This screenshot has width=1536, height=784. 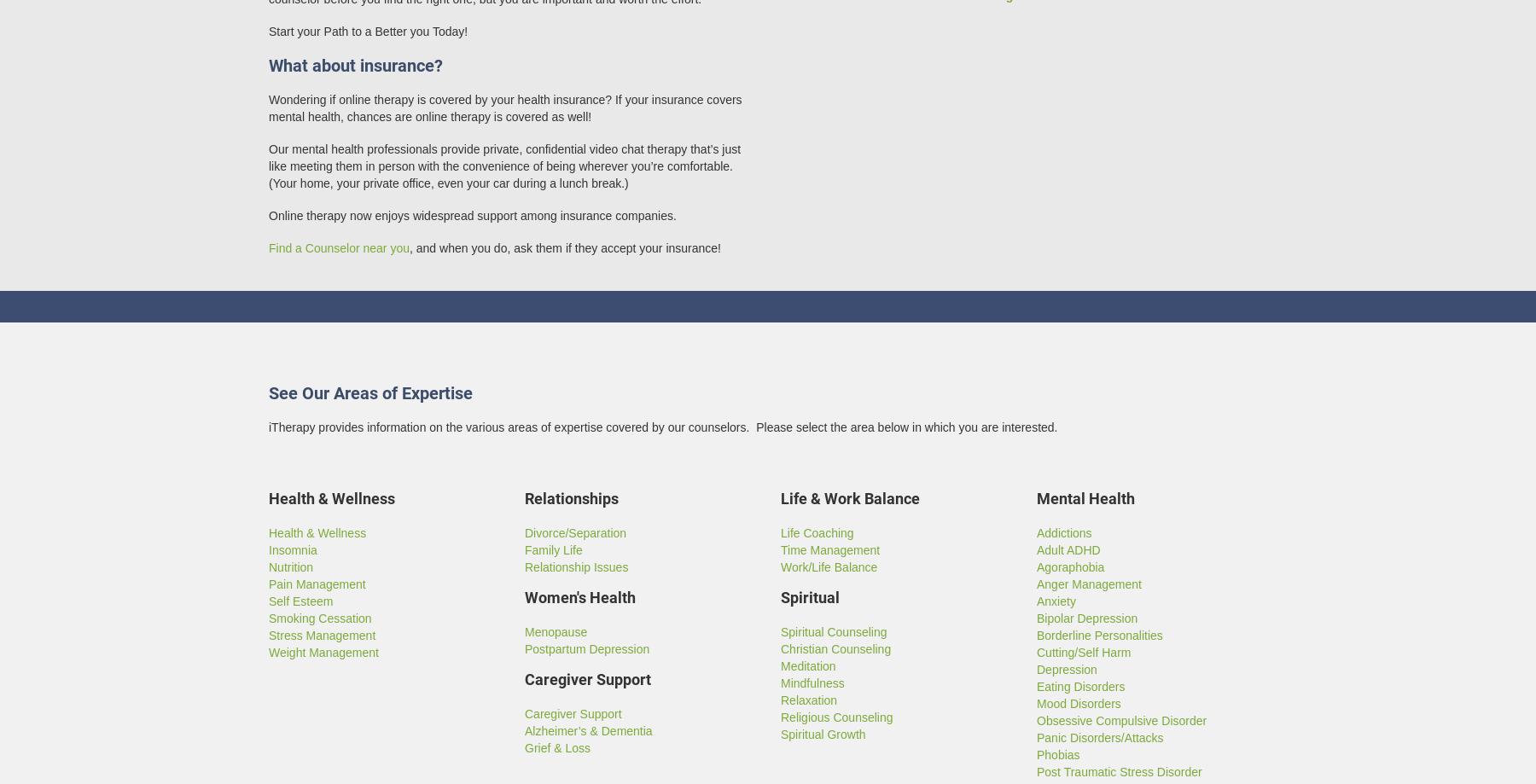 What do you see at coordinates (370, 392) in the screenshot?
I see `'See Our Areas of Expertise'` at bounding box center [370, 392].